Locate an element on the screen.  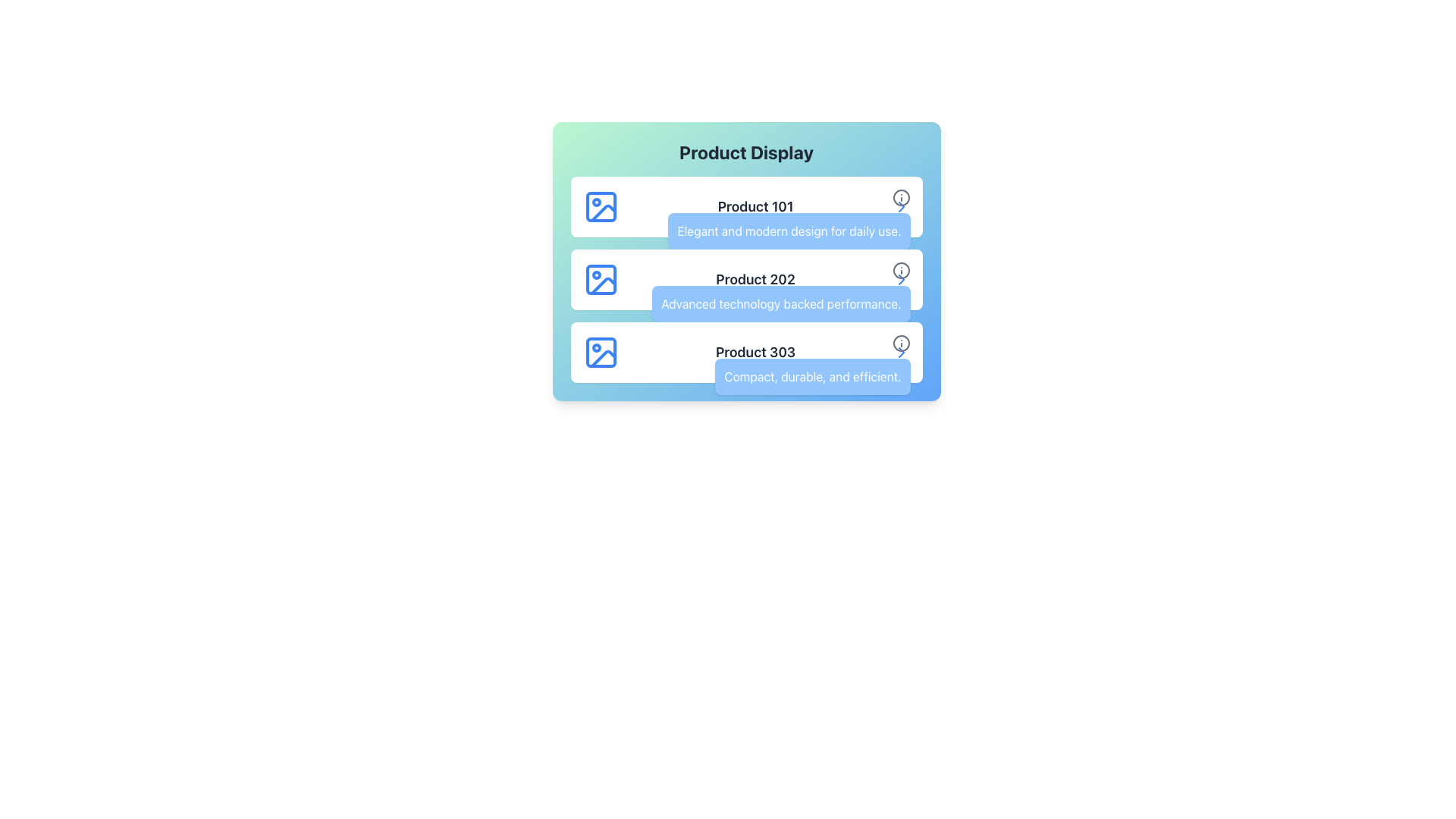
the arrow-shaped chevron icon in the product information panel for 'Product 303' is located at coordinates (901, 353).